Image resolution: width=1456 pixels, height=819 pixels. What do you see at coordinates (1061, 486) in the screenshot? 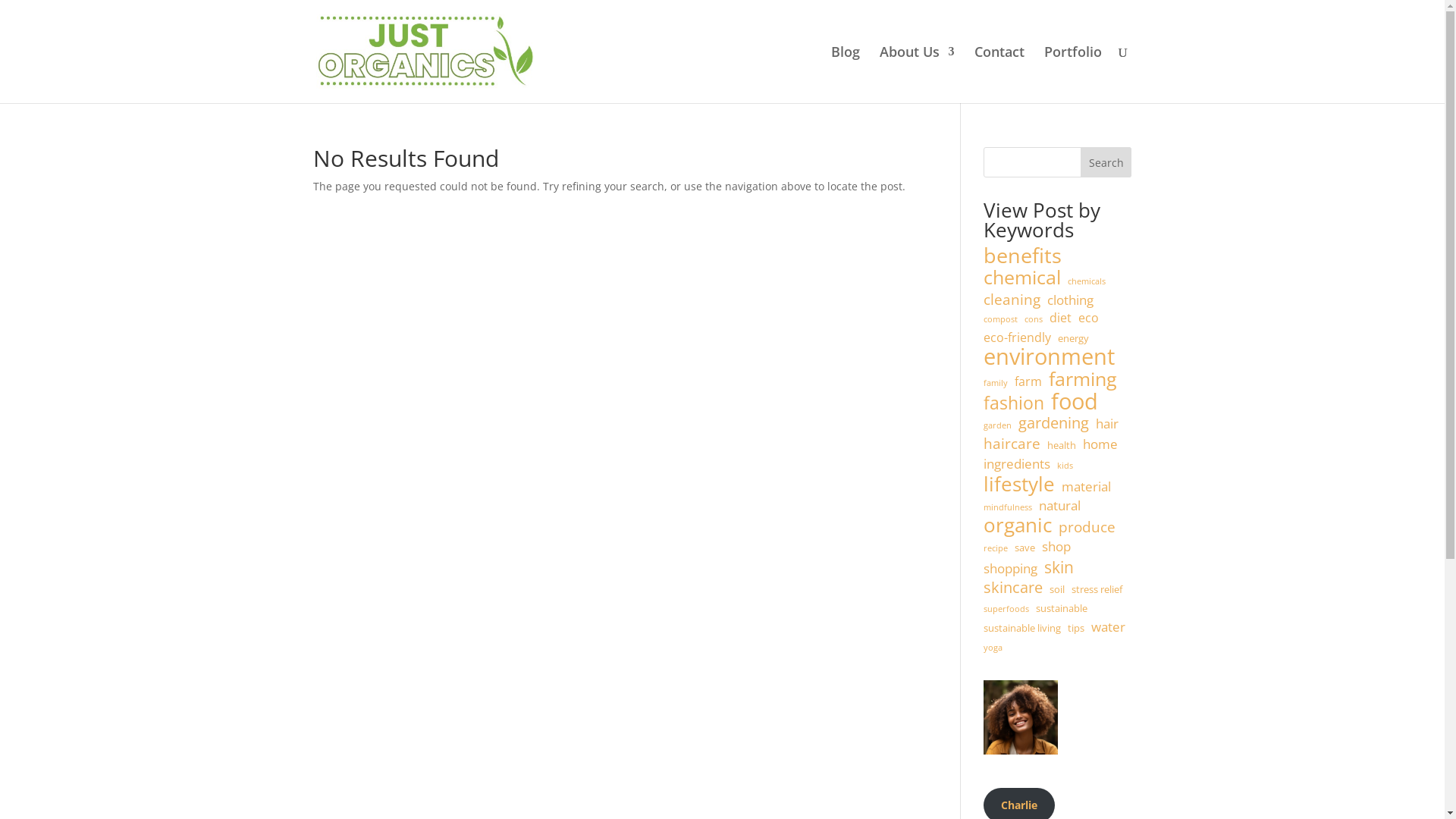
I see `'material'` at bounding box center [1061, 486].